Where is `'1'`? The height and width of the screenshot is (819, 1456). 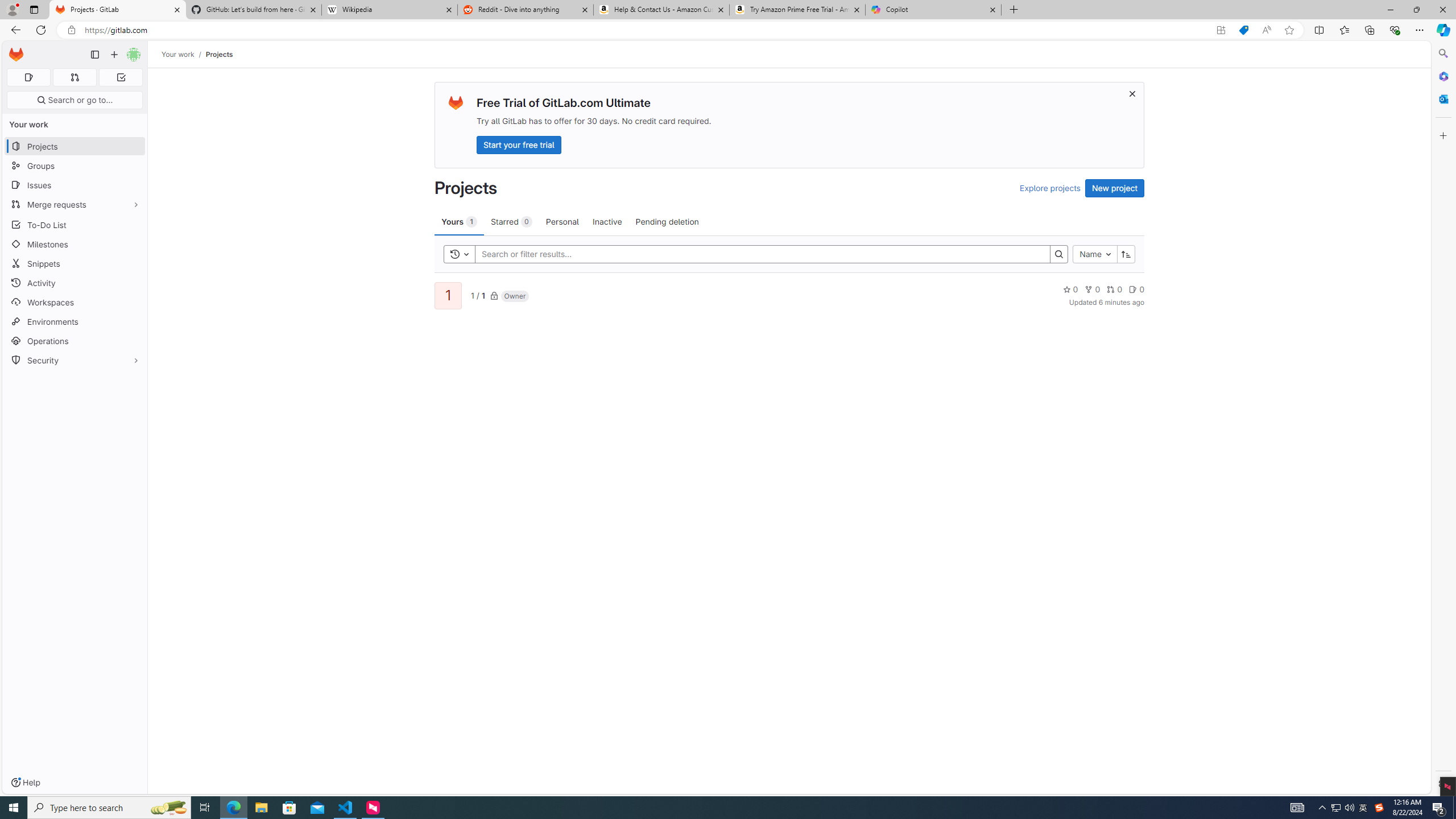 '1' is located at coordinates (447, 295).